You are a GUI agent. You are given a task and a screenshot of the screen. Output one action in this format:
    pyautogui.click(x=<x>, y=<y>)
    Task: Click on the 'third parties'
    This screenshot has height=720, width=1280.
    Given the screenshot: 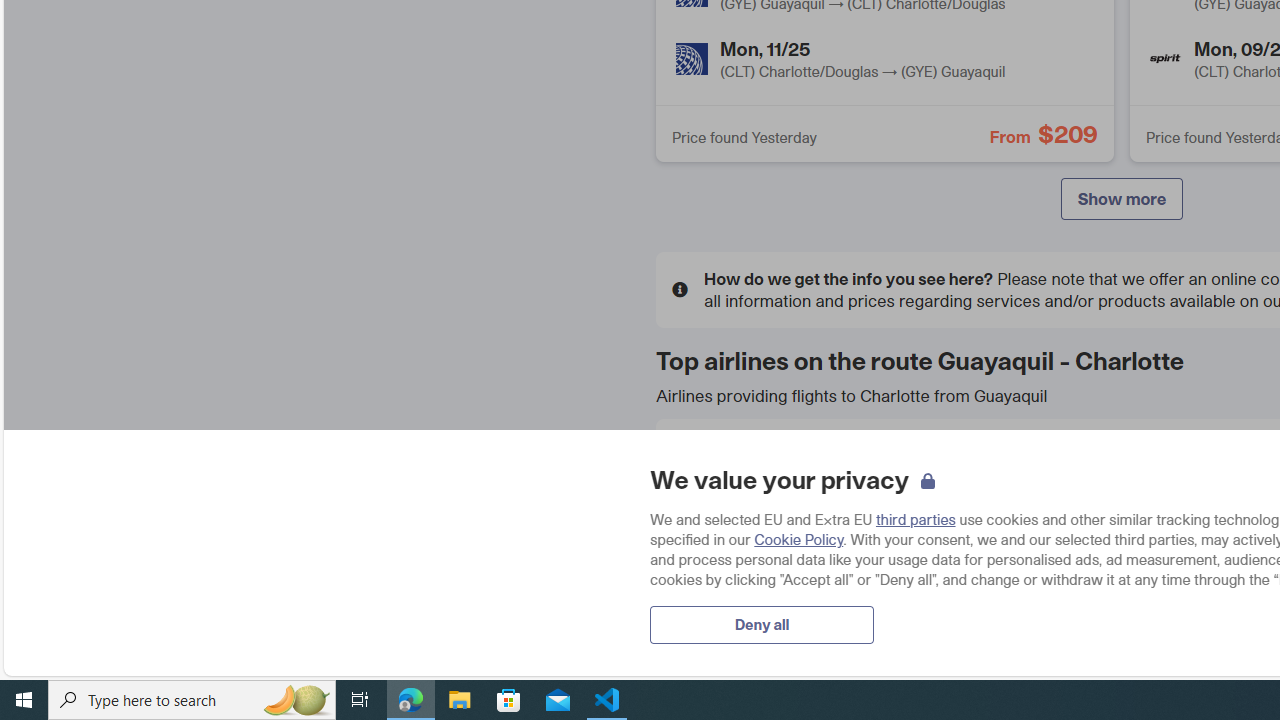 What is the action you would take?
    pyautogui.click(x=914, y=518)
    